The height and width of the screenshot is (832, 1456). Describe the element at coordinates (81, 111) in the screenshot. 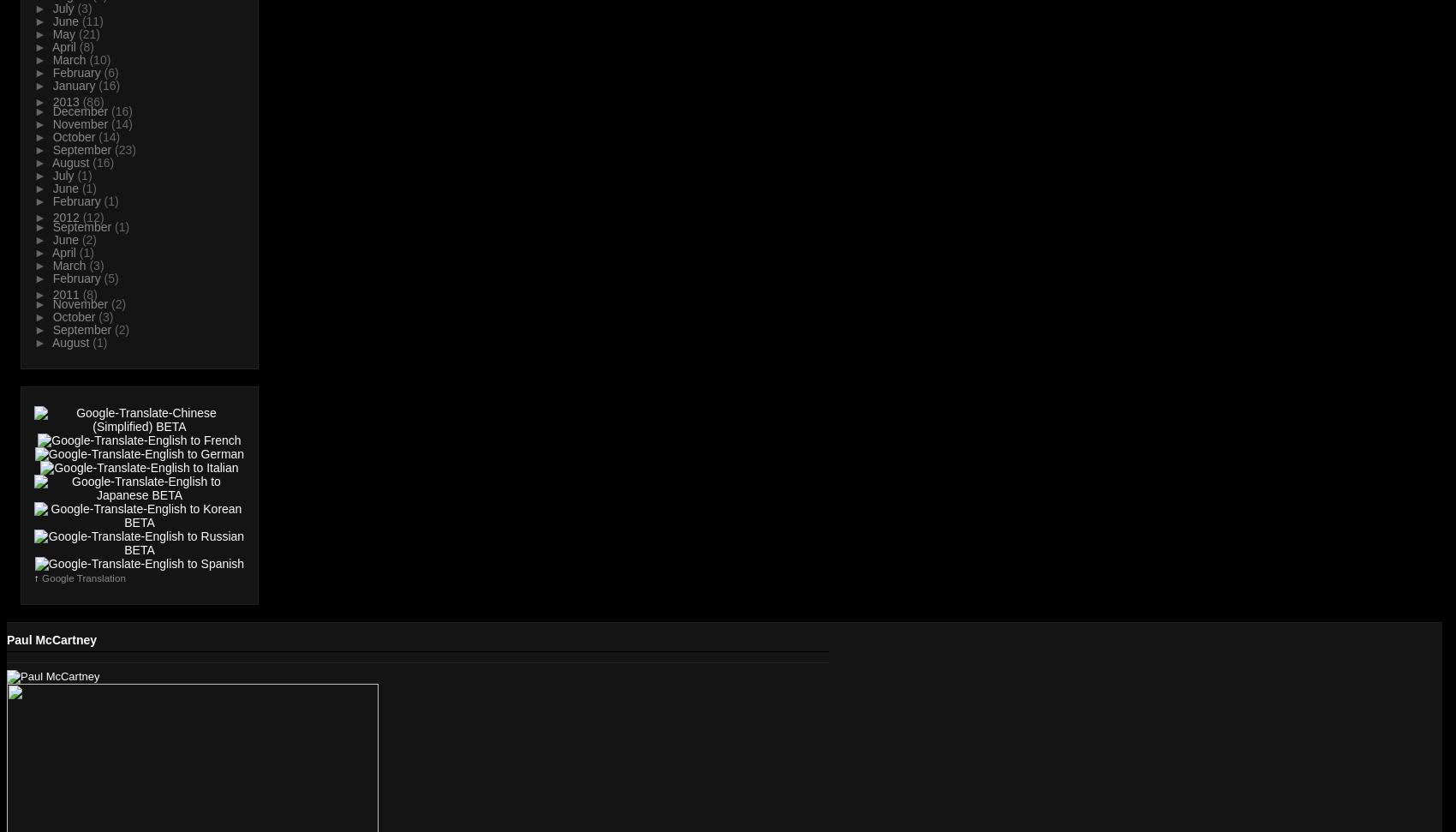

I see `'December'` at that location.